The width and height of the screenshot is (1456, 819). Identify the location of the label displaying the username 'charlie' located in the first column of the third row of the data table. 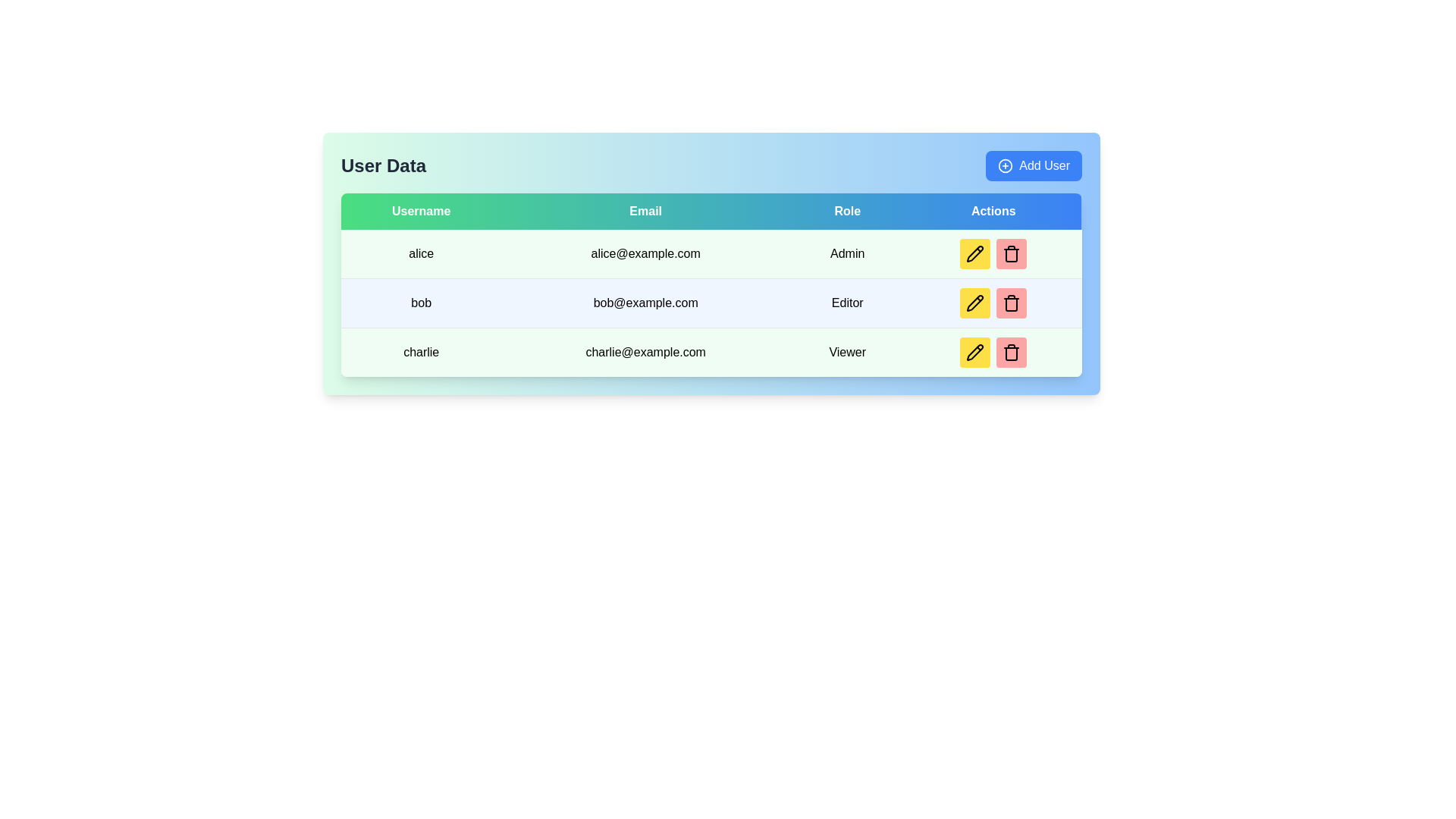
(421, 352).